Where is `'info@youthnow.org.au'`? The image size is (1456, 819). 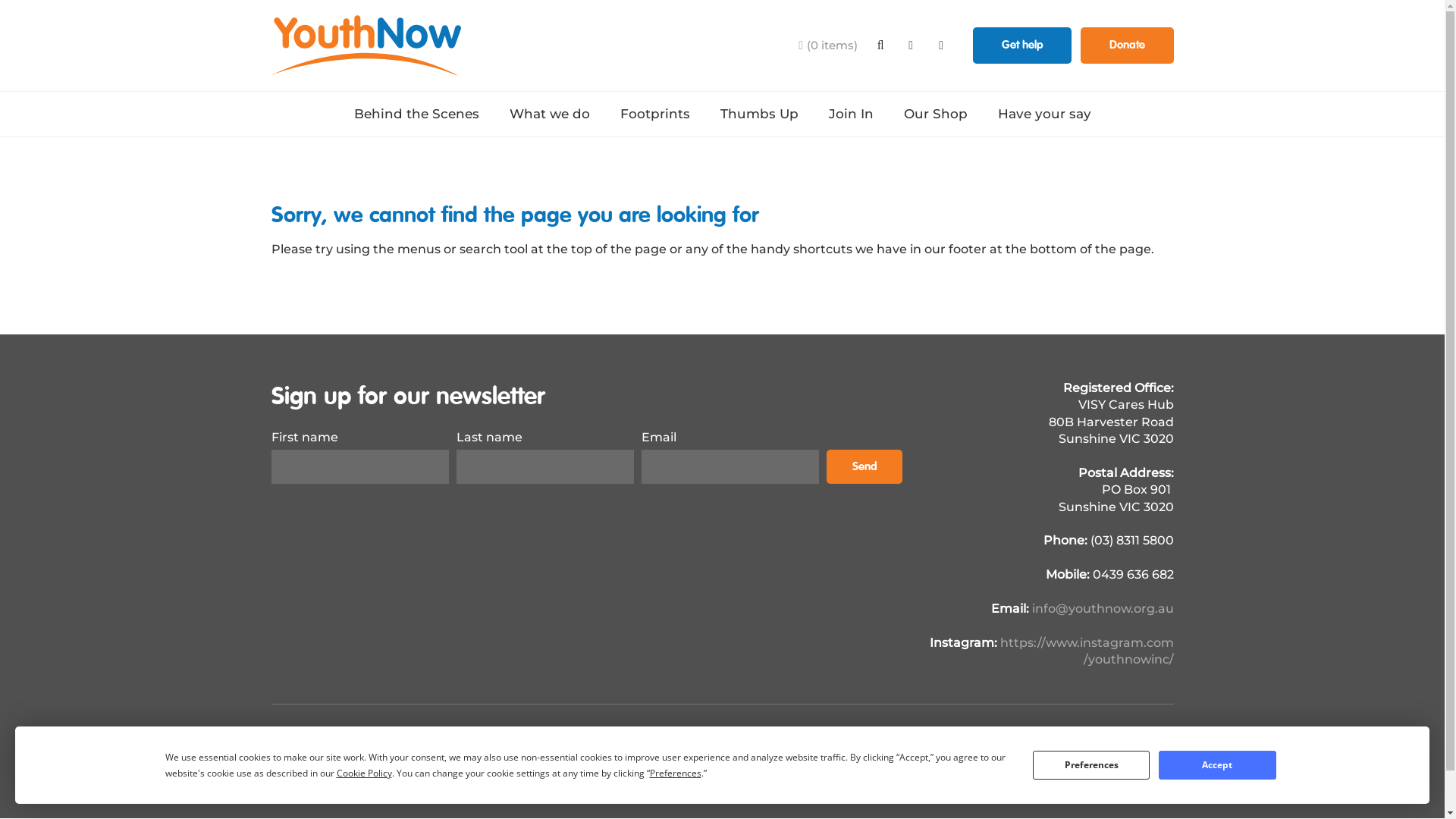 'info@youthnow.org.au' is located at coordinates (1102, 607).